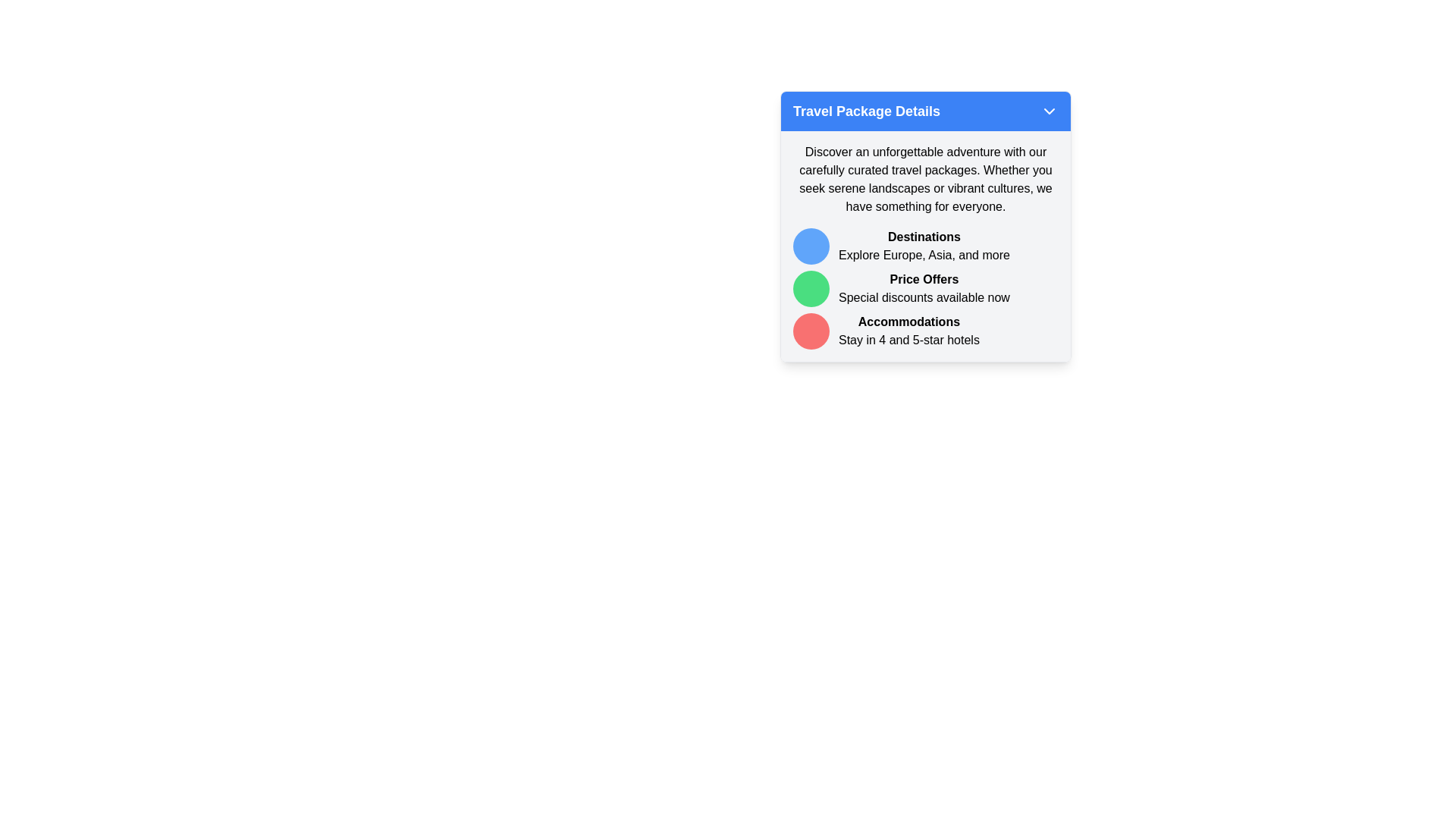 This screenshot has width=1456, height=819. What do you see at coordinates (924, 330) in the screenshot?
I see `the third list item promoting 4 and 5 star hotel accommodations in the travel package for navigation purposes` at bounding box center [924, 330].